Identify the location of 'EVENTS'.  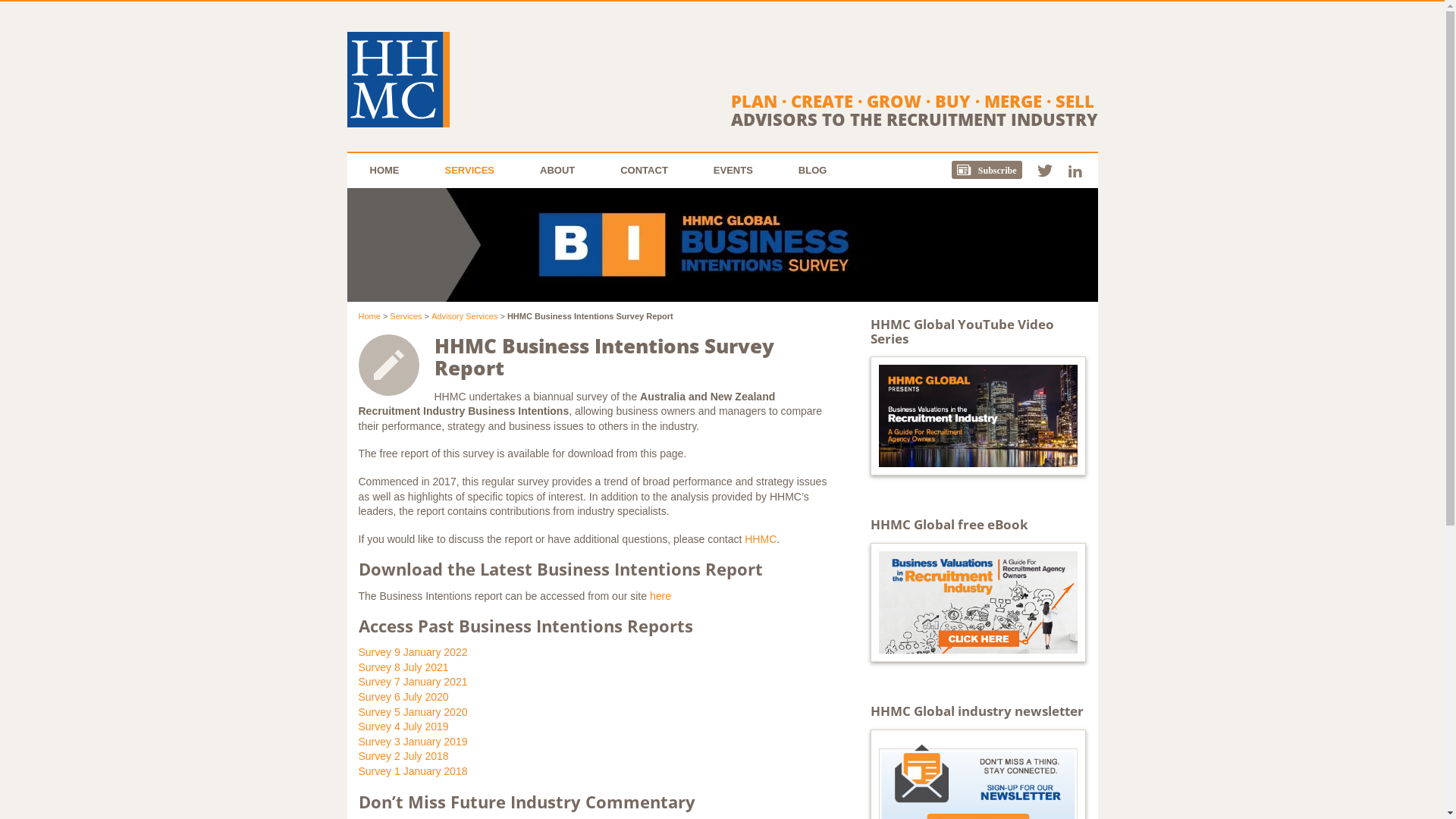
(733, 170).